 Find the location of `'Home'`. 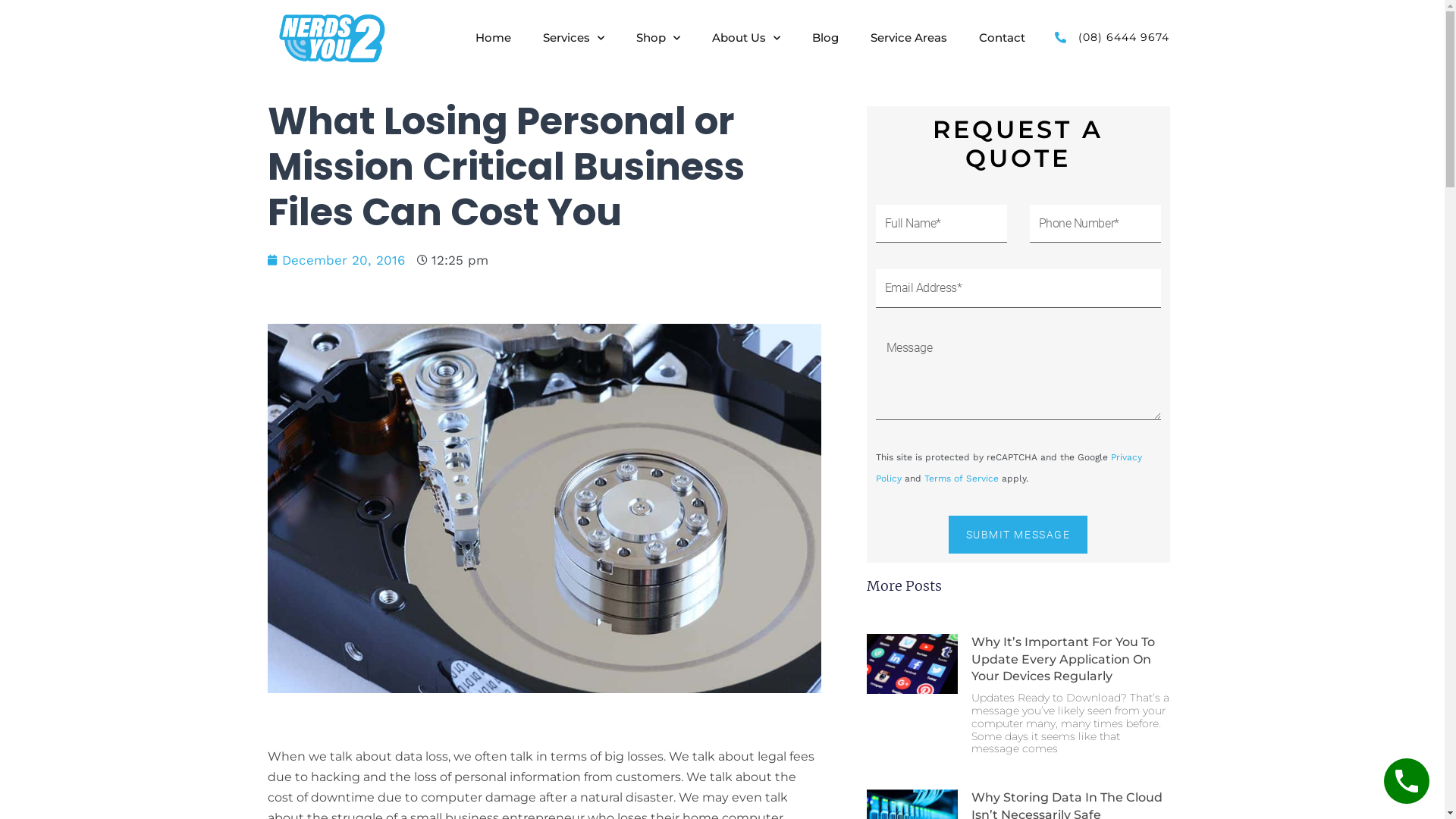

'Home' is located at coordinates (493, 37).